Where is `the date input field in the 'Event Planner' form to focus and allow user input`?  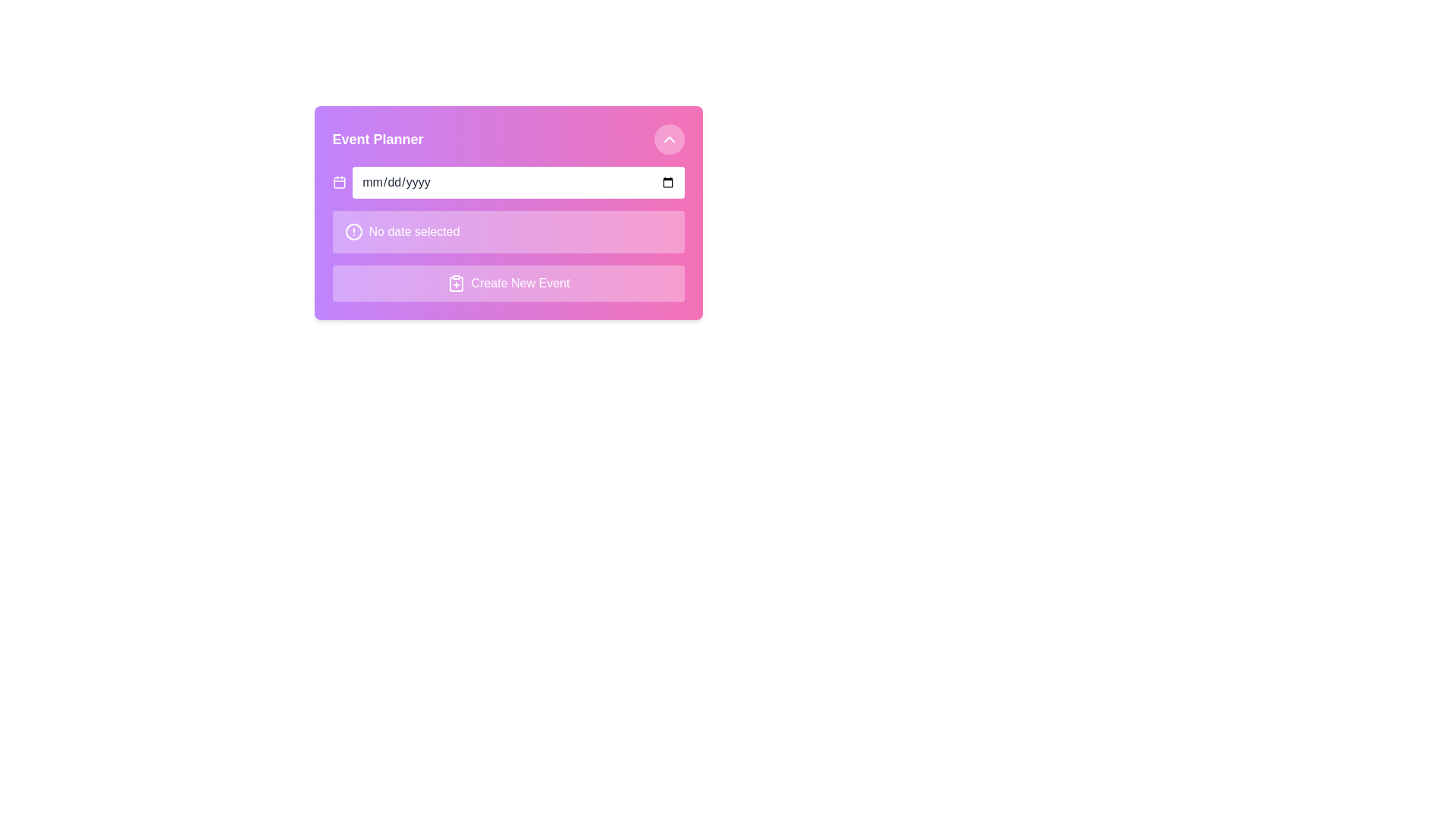
the date input field in the 'Event Planner' form to focus and allow user input is located at coordinates (518, 181).